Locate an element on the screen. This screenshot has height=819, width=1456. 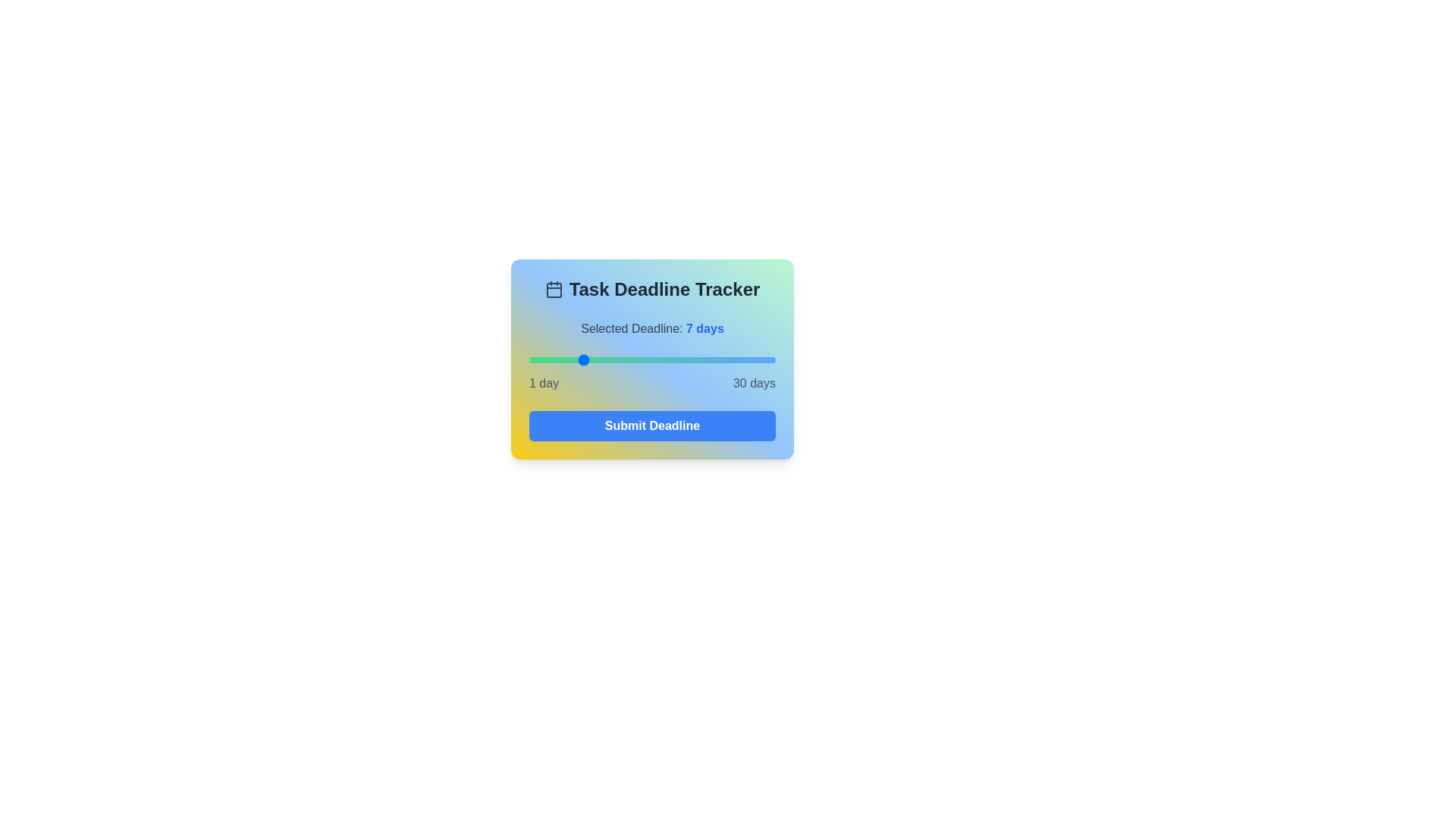
the deadline to 7 days using the slider is located at coordinates (579, 359).